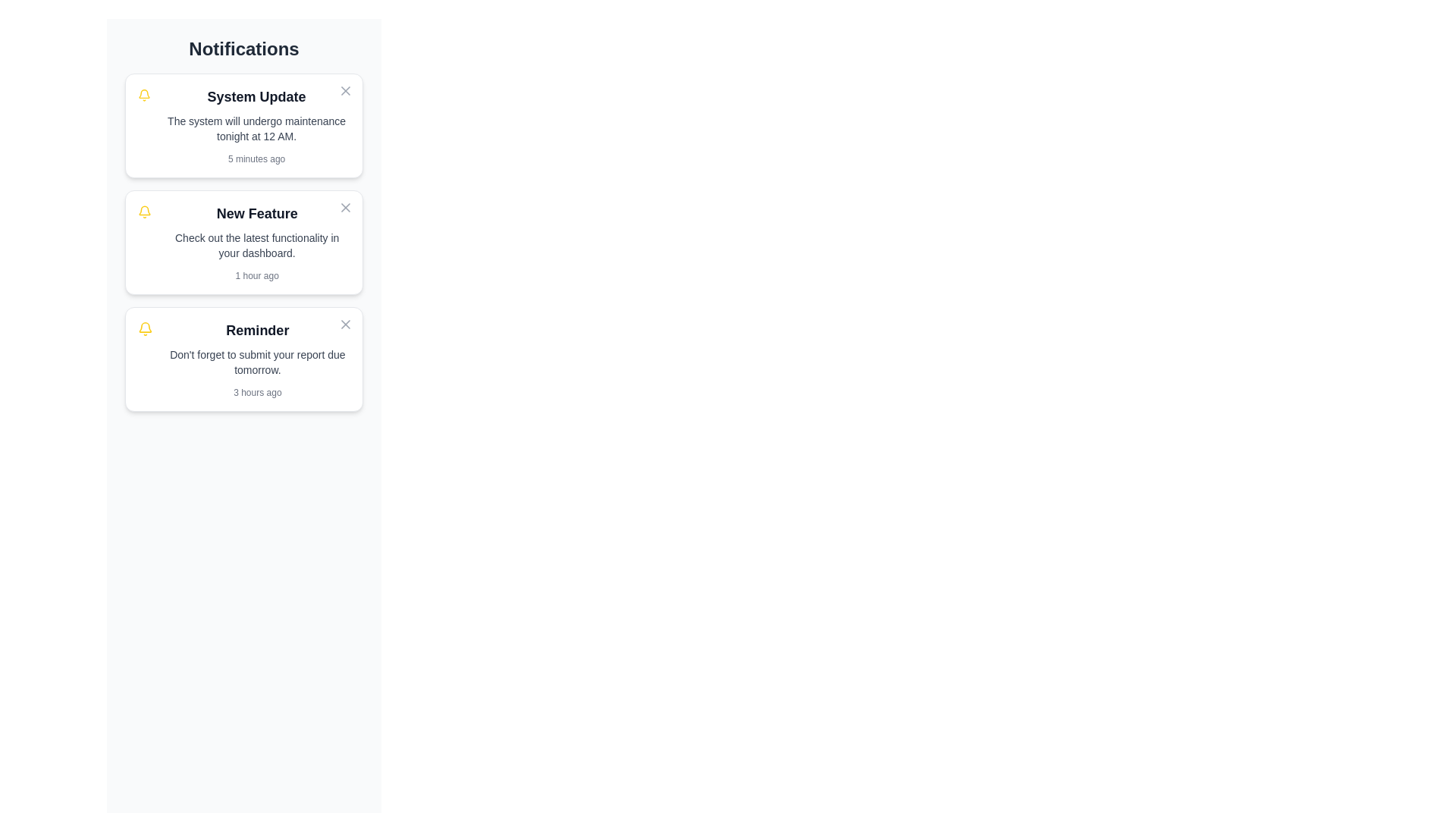  What do you see at coordinates (345, 90) in the screenshot?
I see `the close icon 'X' button located in the top-right corner of the 'System Update' card` at bounding box center [345, 90].